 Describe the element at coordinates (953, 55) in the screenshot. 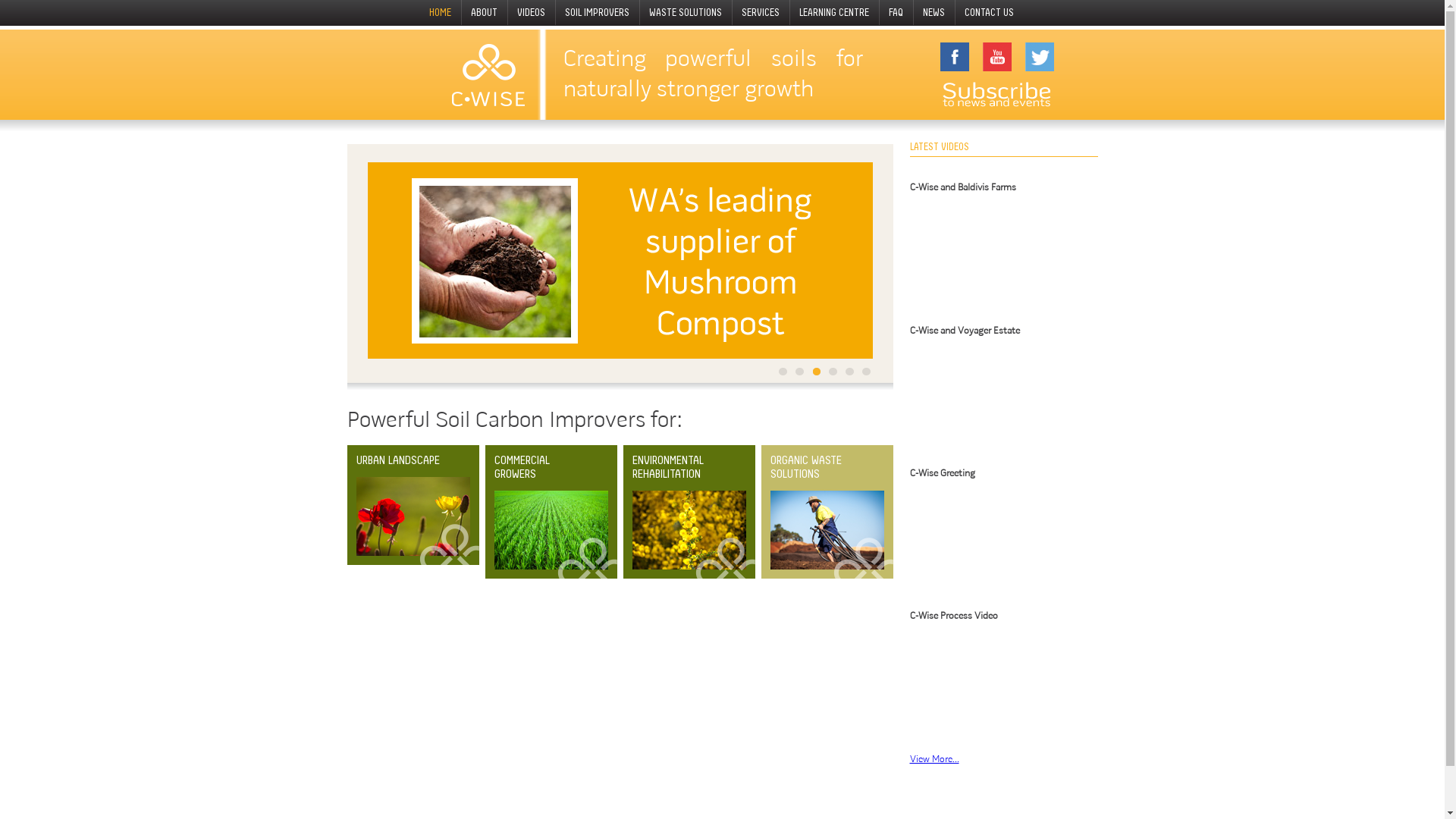

I see `'Facebook'` at that location.